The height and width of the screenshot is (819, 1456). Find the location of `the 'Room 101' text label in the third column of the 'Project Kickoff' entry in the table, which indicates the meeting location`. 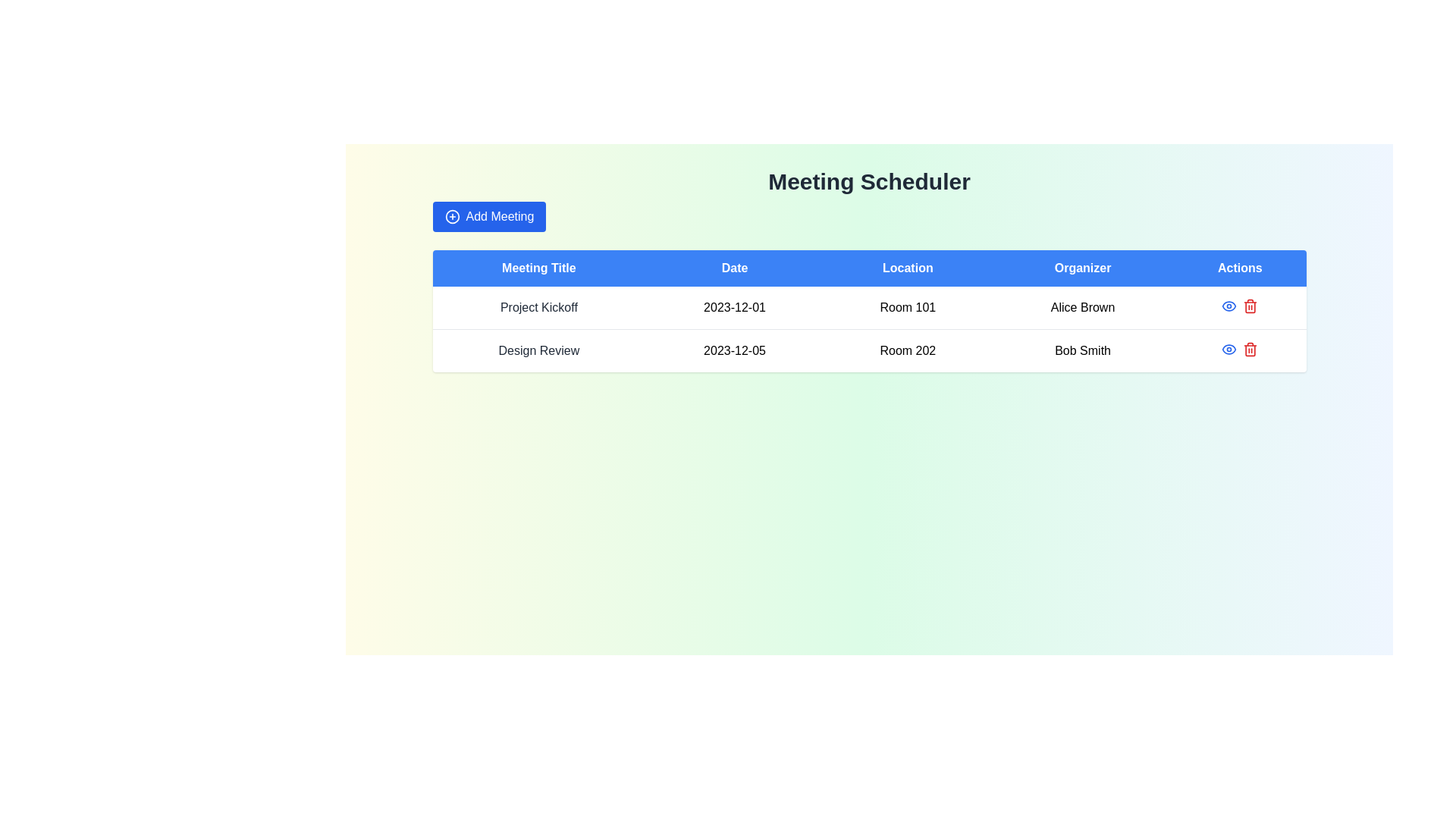

the 'Room 101' text label in the third column of the 'Project Kickoff' entry in the table, which indicates the meeting location is located at coordinates (908, 307).